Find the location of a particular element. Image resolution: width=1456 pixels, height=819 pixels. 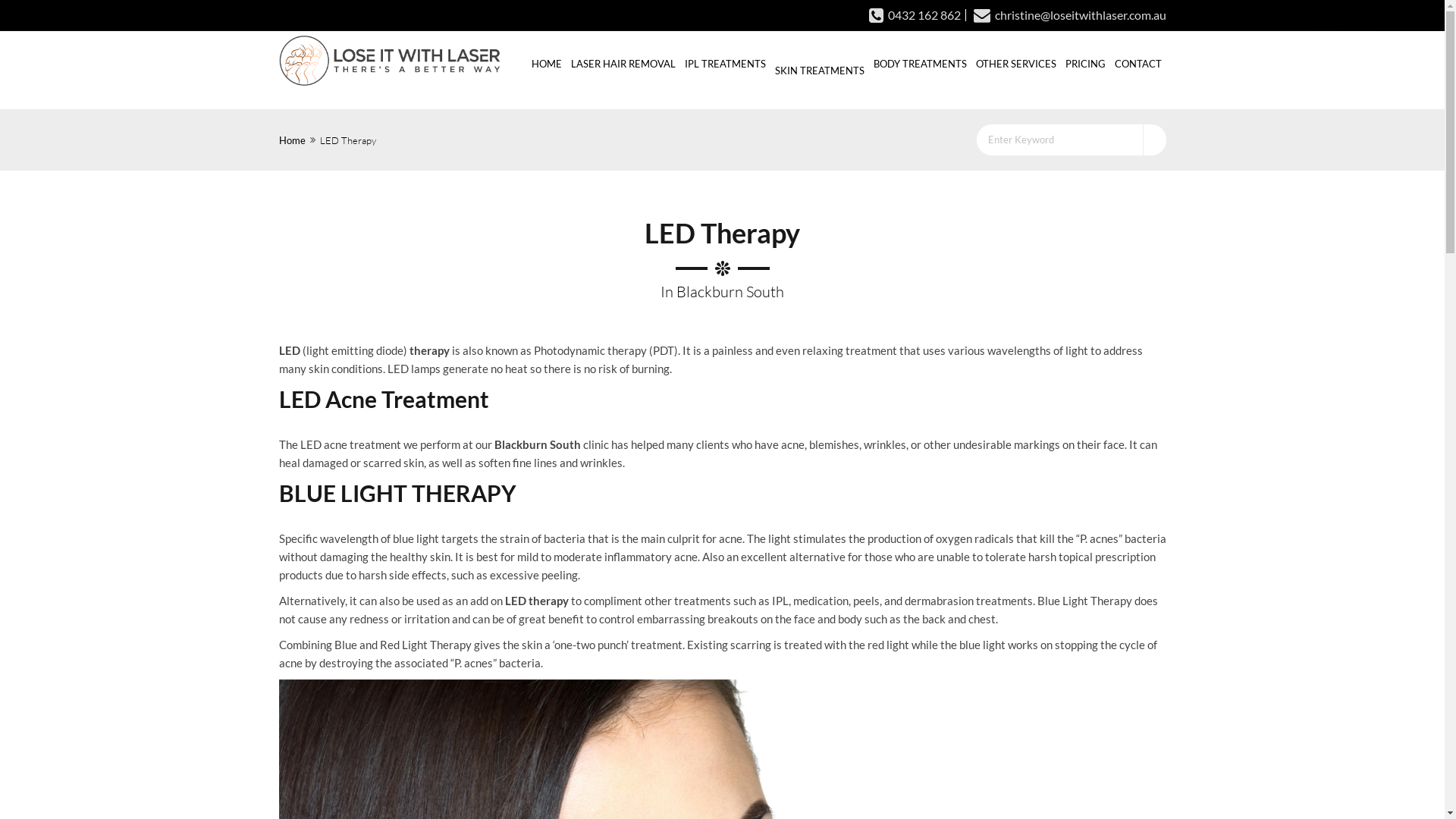

'BODY TREATMENTS' is located at coordinates (869, 62).